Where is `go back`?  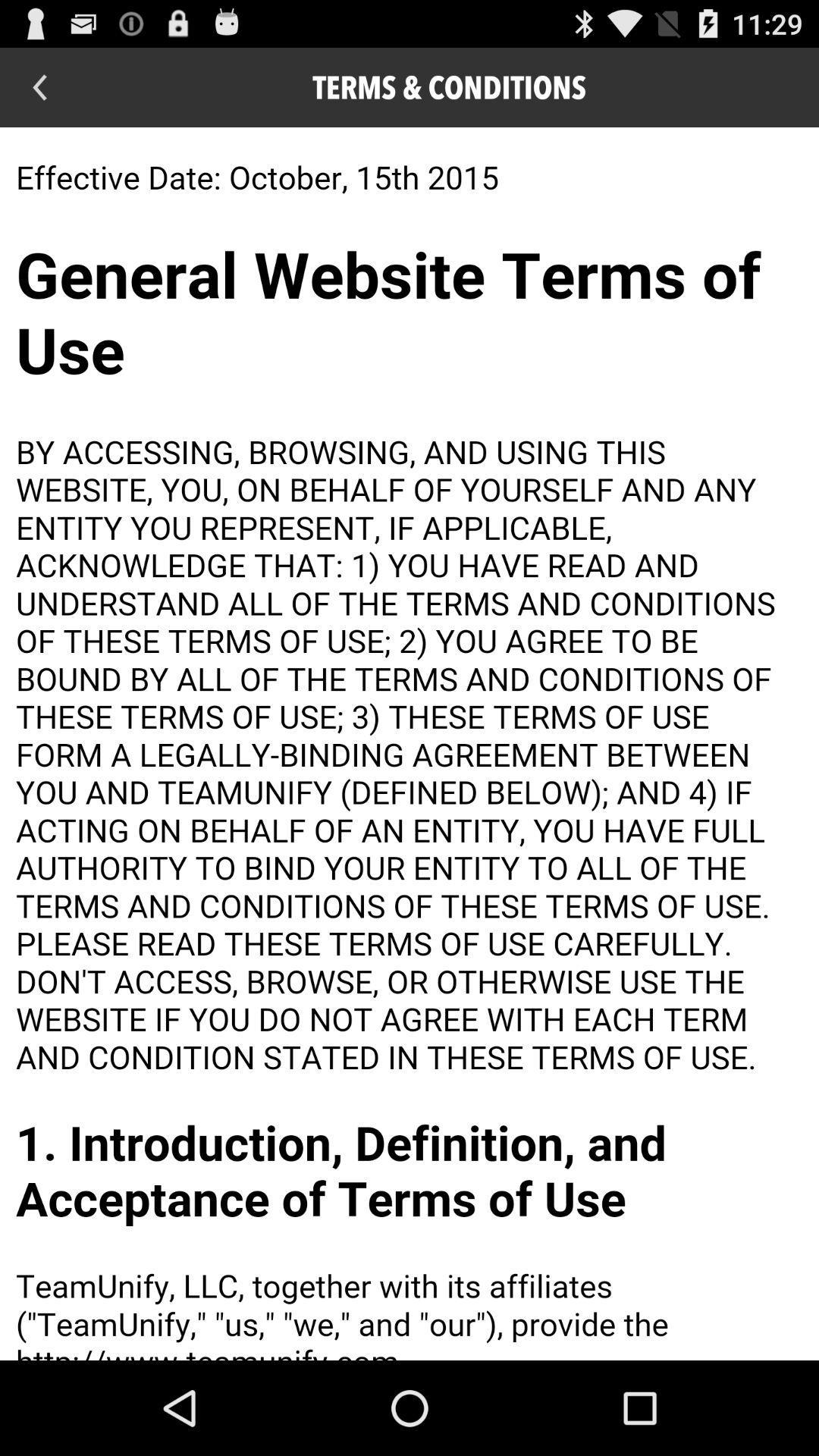
go back is located at coordinates (39, 86).